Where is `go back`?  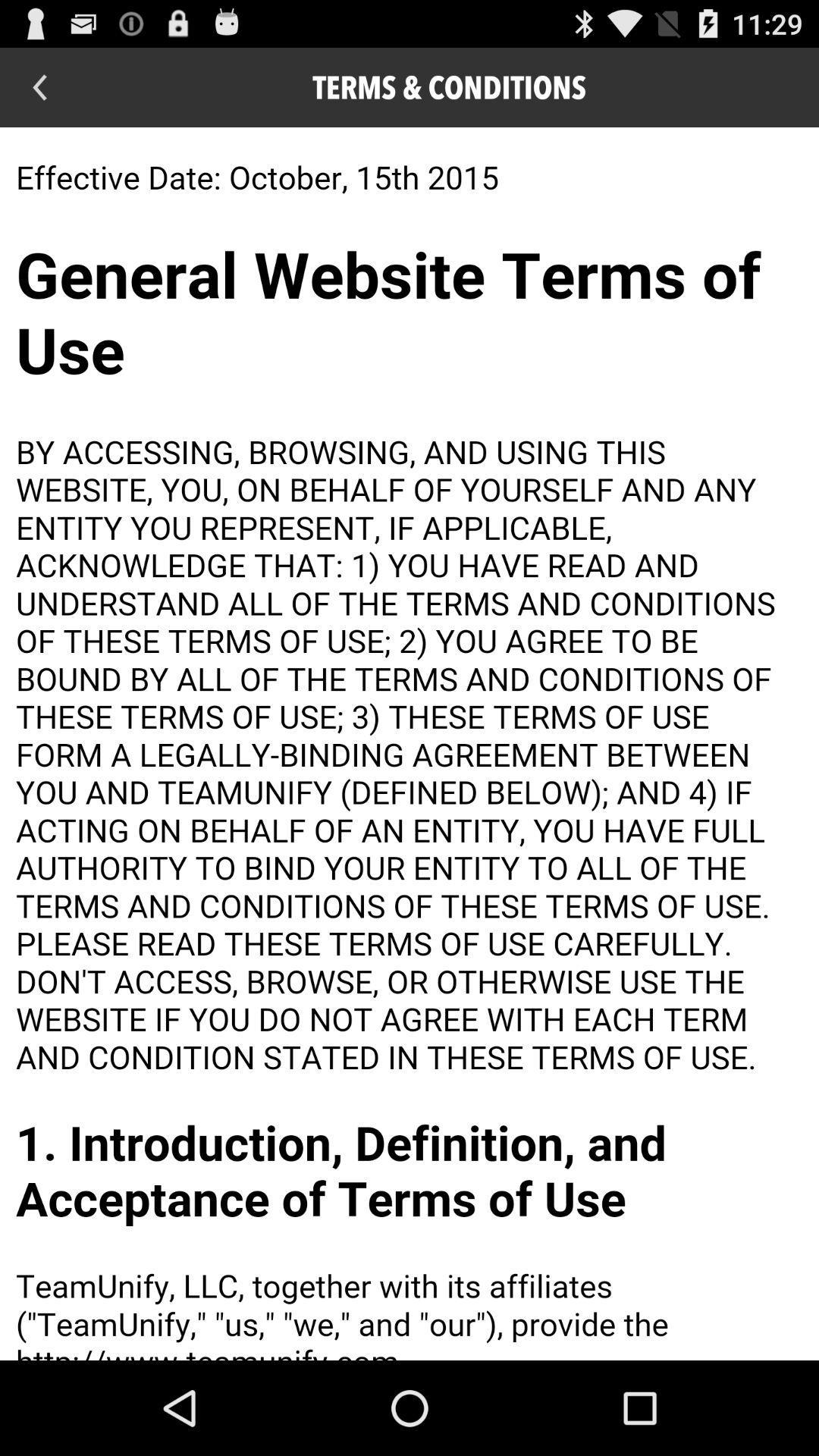
go back is located at coordinates (39, 86).